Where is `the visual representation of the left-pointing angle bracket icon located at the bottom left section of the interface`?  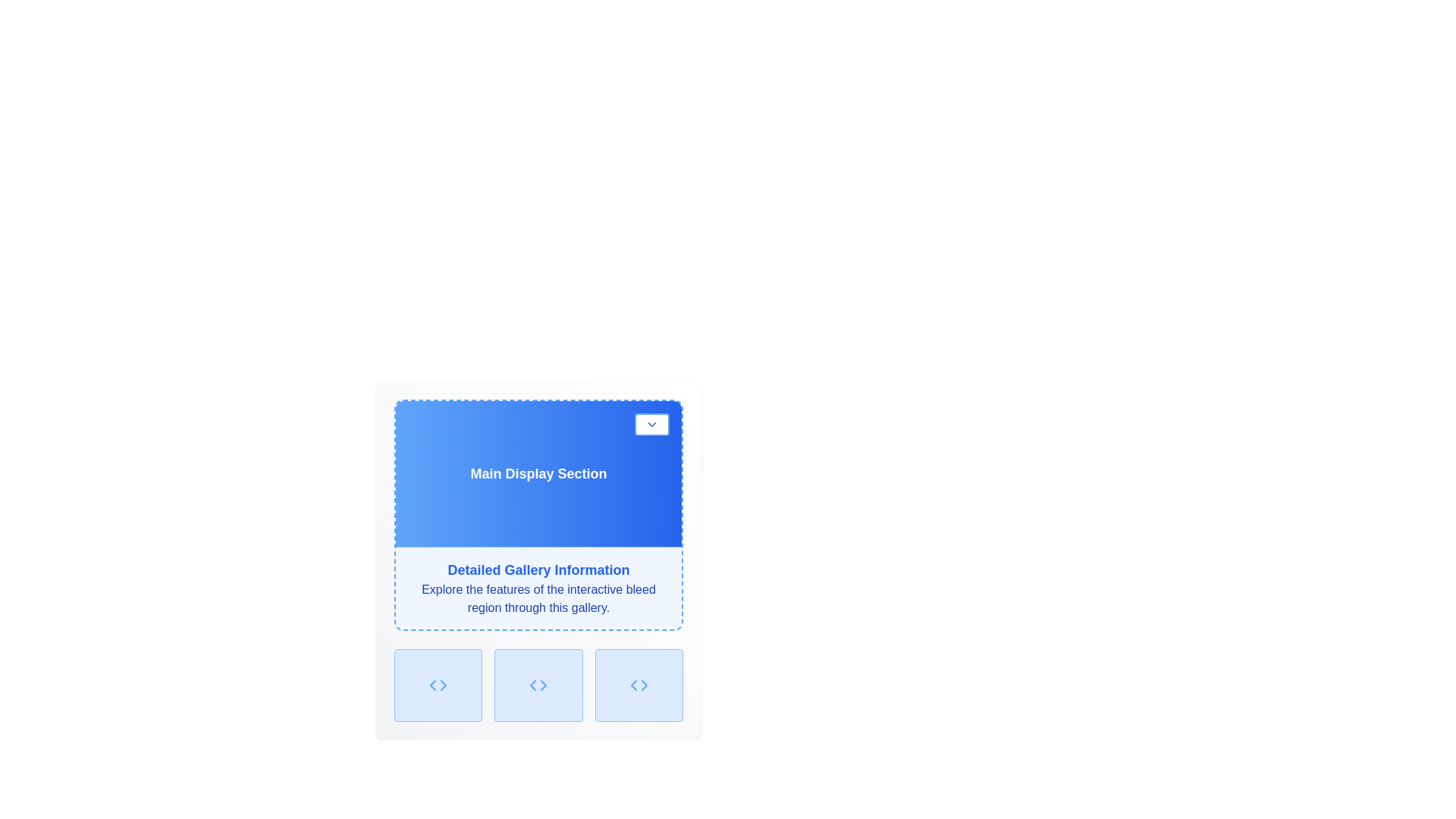 the visual representation of the left-pointing angle bracket icon located at the bottom left section of the interface is located at coordinates (432, 685).